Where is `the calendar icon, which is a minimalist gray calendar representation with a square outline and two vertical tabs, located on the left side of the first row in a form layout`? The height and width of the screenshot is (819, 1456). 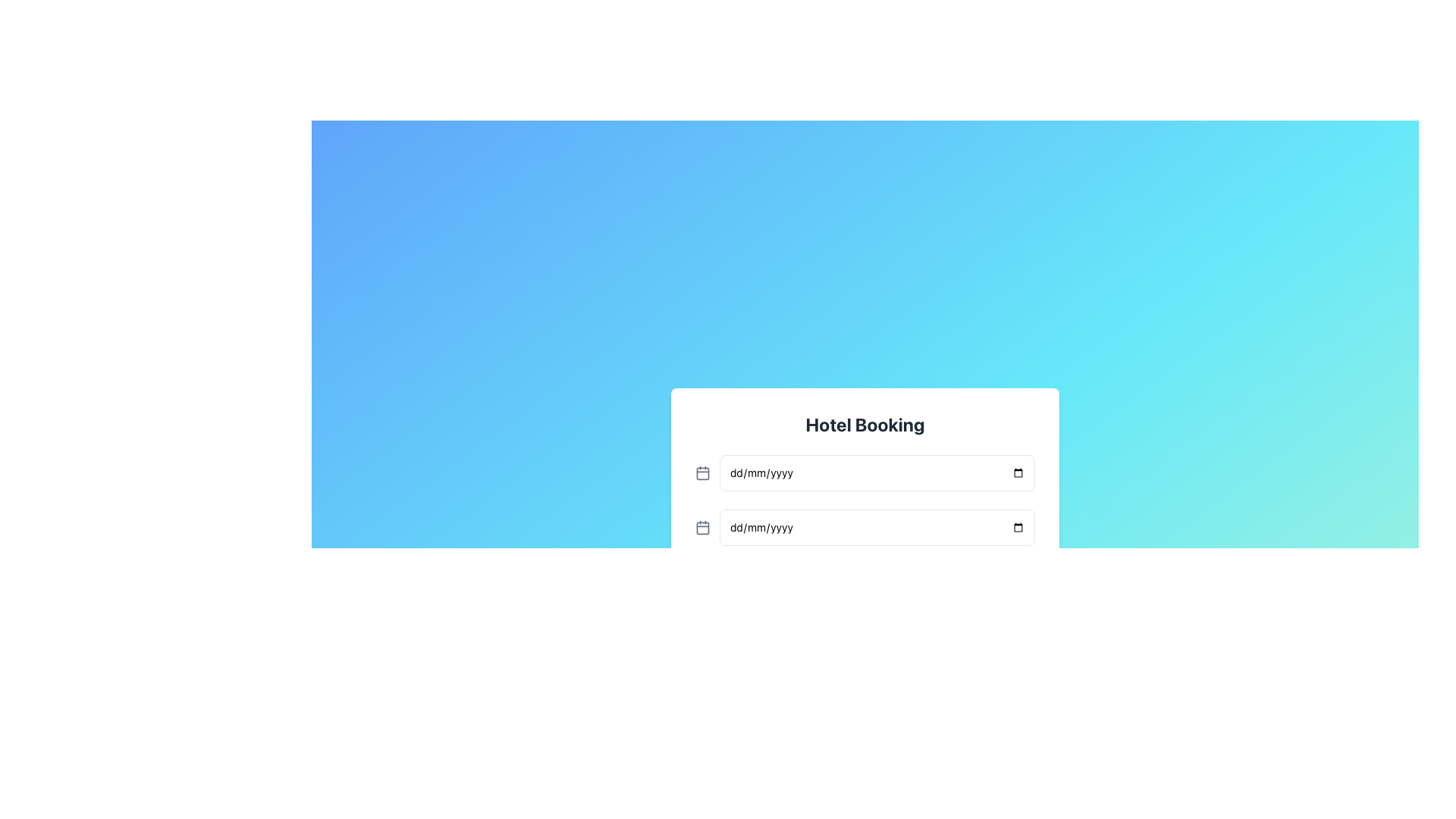
the calendar icon, which is a minimalist gray calendar representation with a square outline and two vertical tabs, located on the left side of the first row in a form layout is located at coordinates (701, 472).